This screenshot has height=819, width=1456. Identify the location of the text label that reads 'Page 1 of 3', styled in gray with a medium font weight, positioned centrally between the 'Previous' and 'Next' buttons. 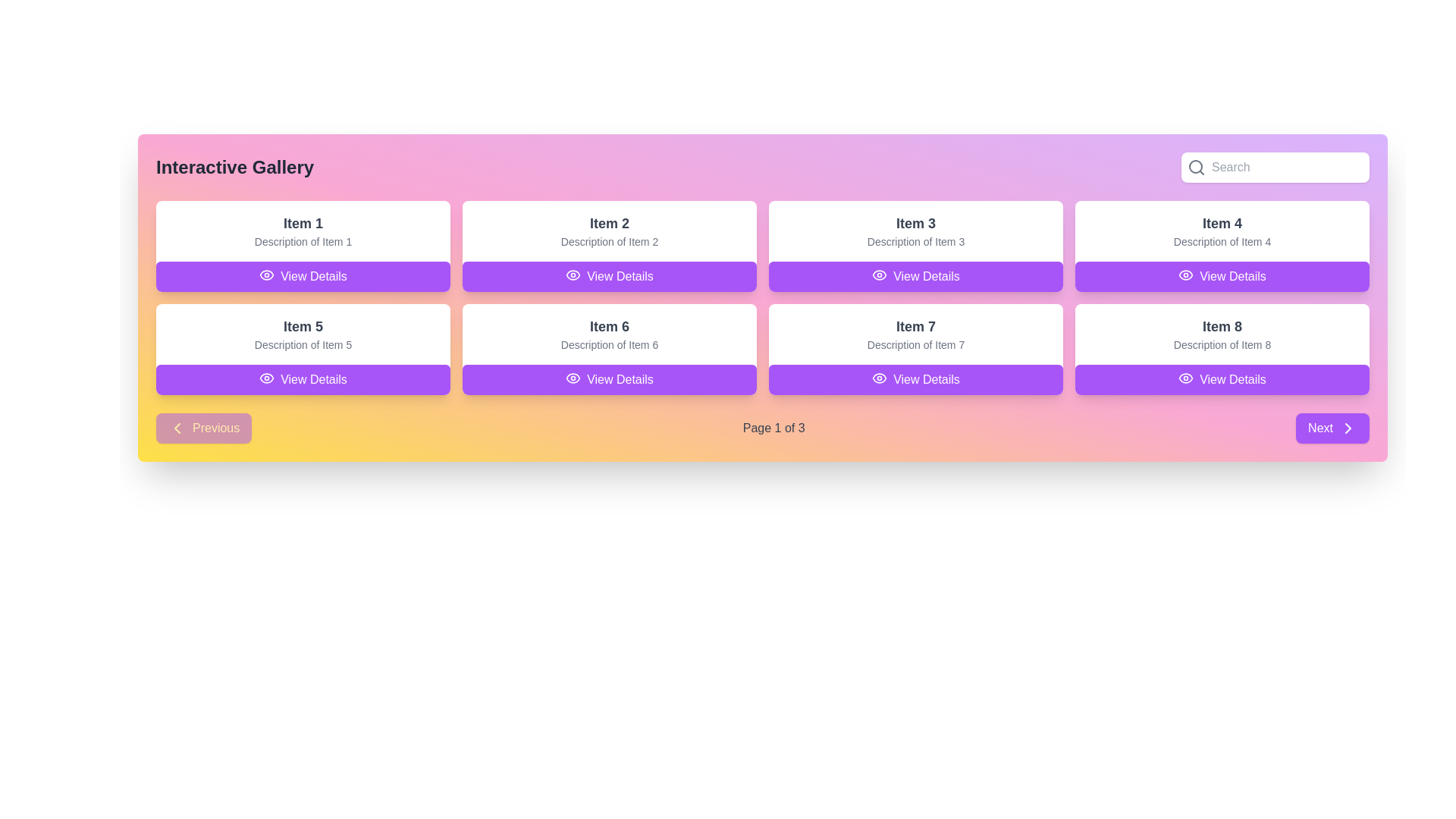
(773, 428).